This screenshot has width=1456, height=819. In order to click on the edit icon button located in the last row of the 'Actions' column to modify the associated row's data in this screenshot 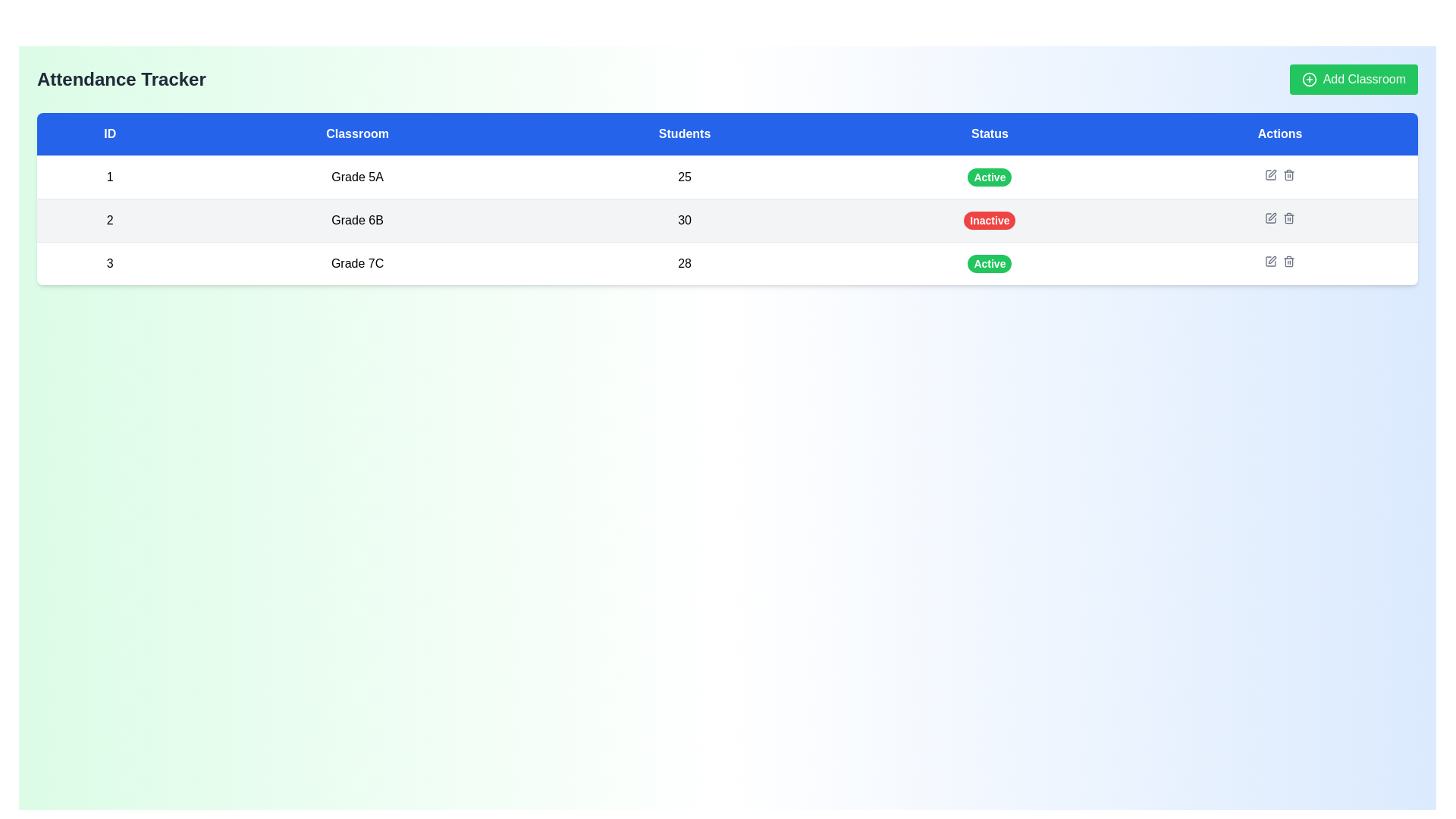, I will do `click(1270, 260)`.